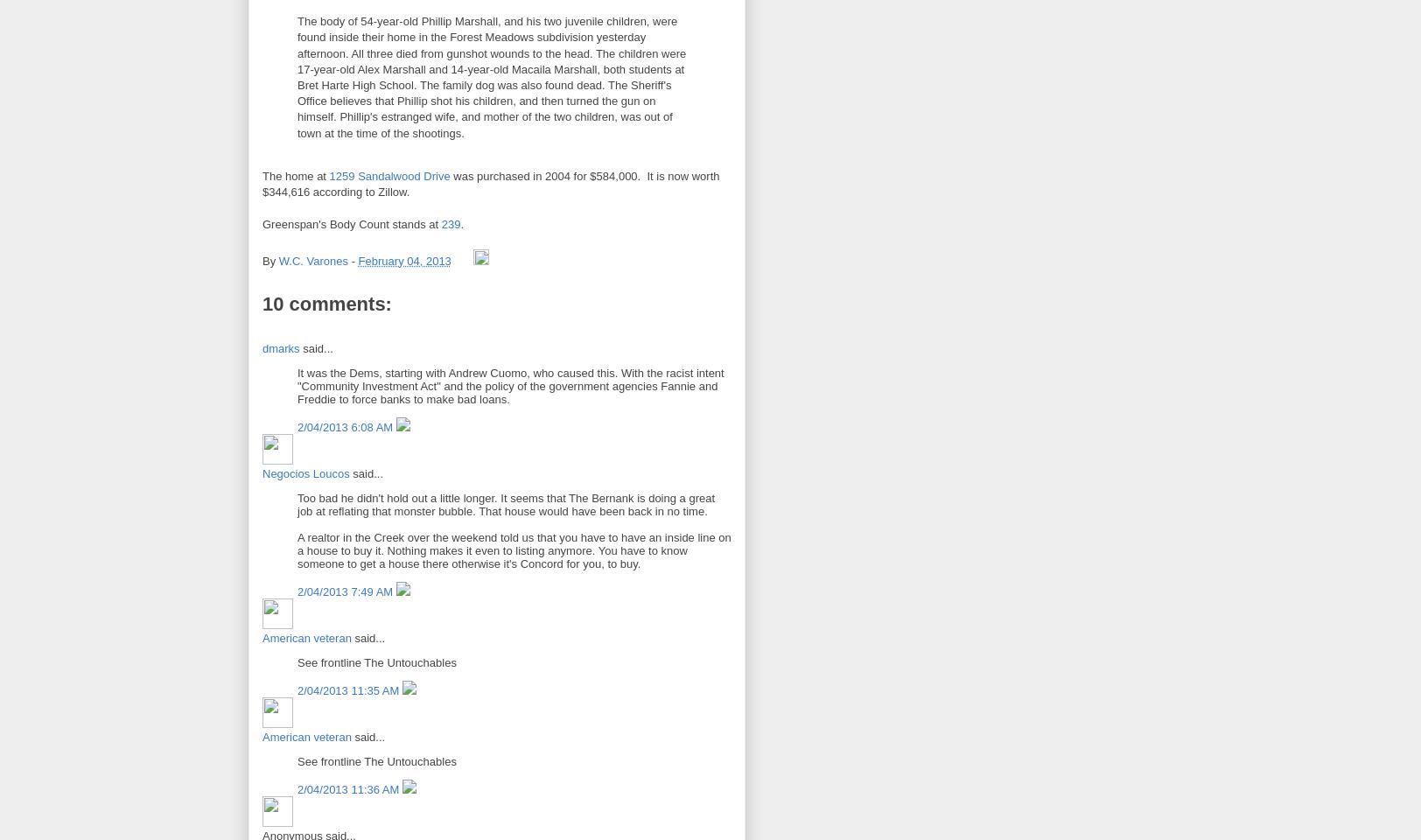 This screenshot has width=1421, height=840. Describe the element at coordinates (388, 175) in the screenshot. I see `'1259 Sandalwood Drive'` at that location.